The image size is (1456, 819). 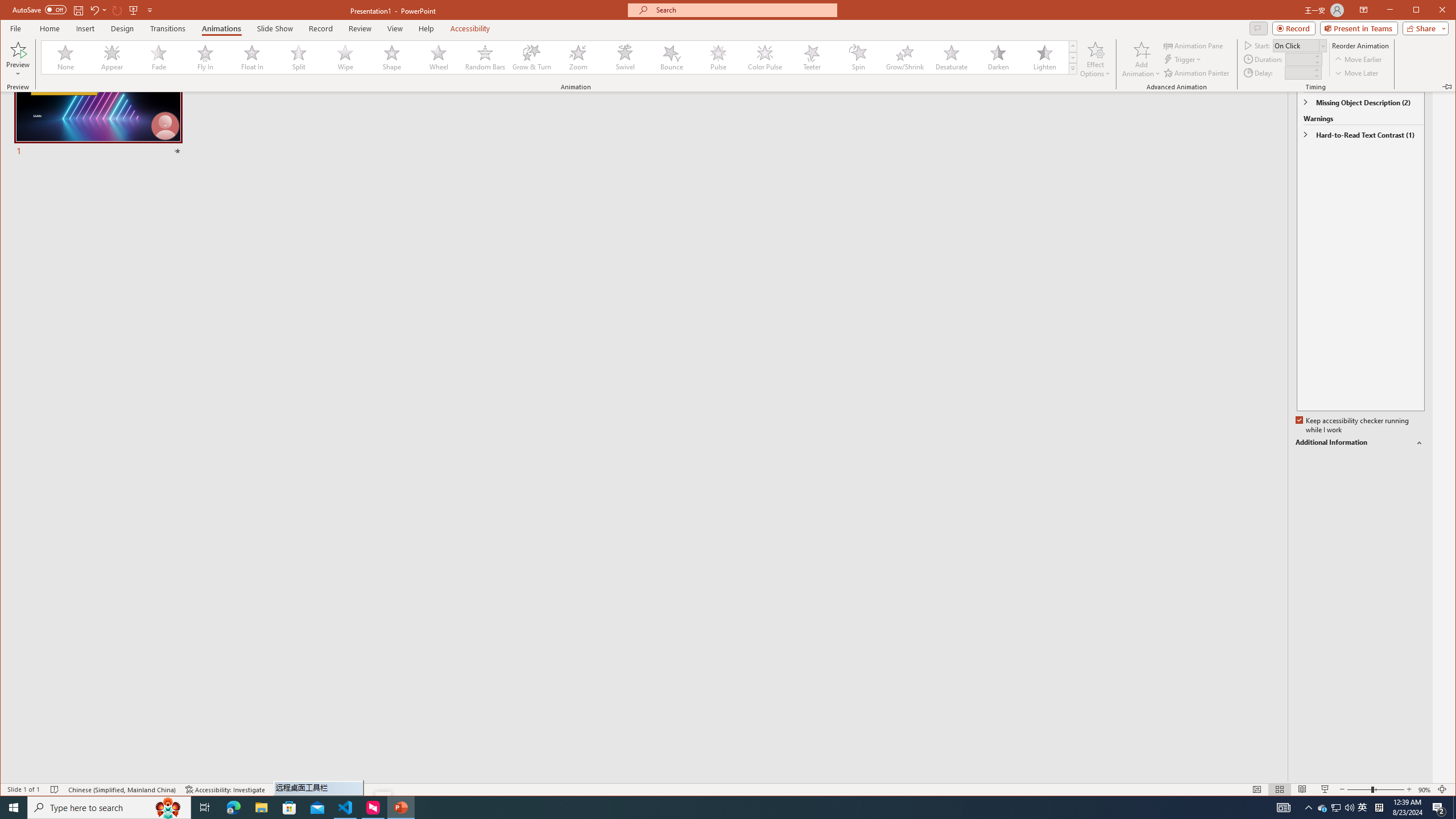 I want to click on 'Review', so click(x=359, y=28).